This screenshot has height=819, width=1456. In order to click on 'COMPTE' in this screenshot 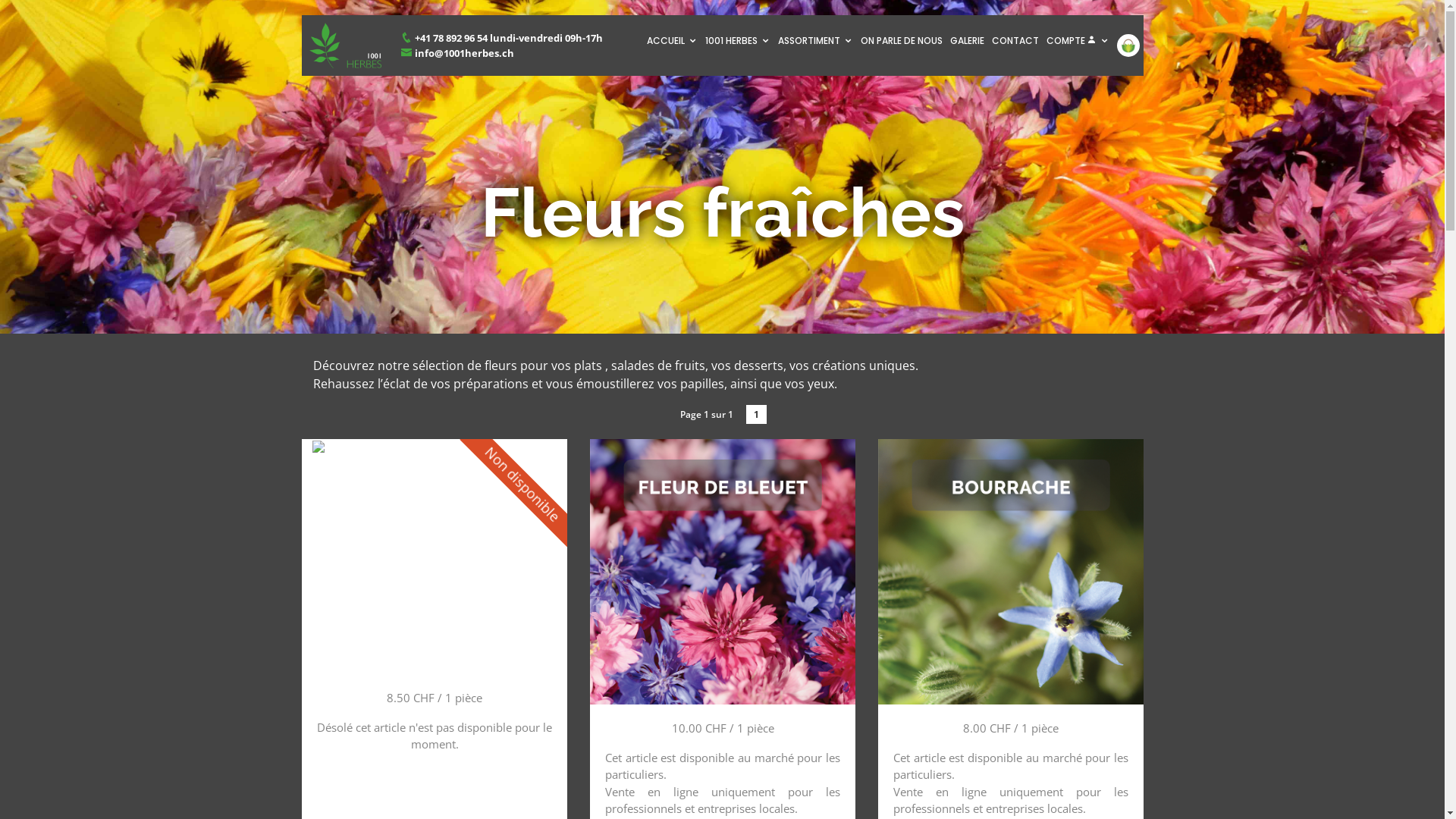, I will do `click(1076, 40)`.